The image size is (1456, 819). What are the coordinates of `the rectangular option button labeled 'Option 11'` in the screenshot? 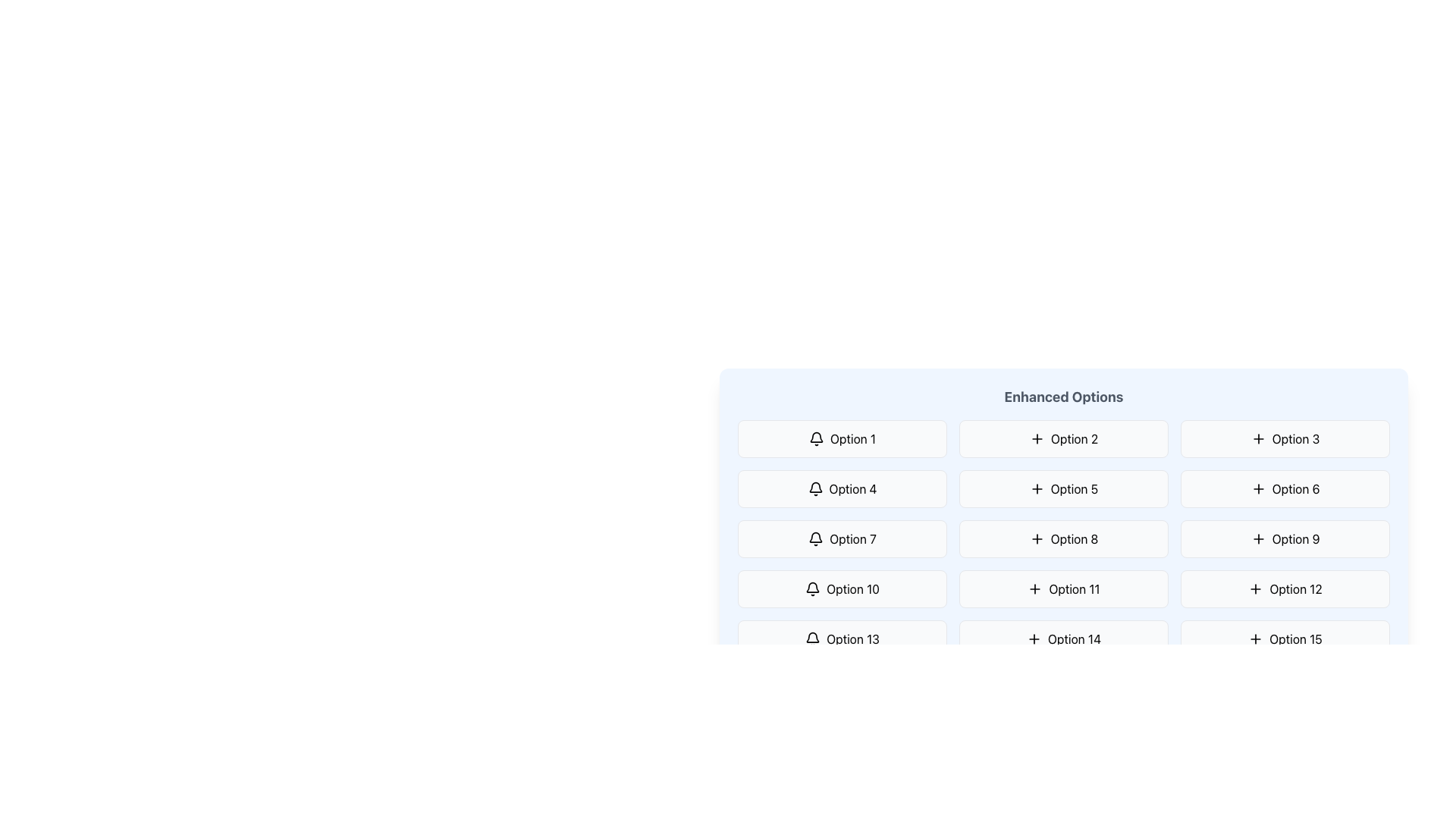 It's located at (1062, 588).